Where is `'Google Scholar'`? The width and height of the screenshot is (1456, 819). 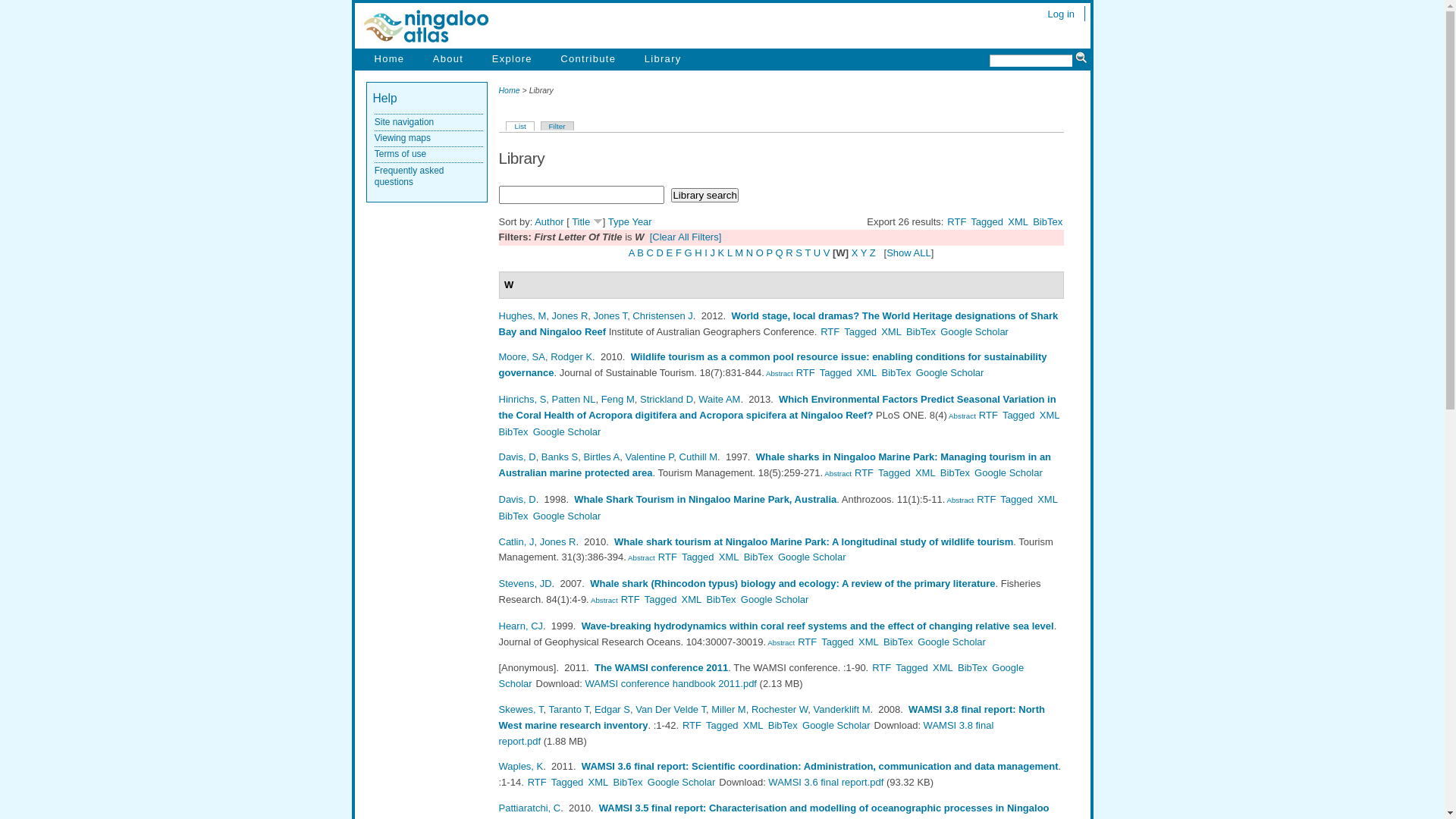 'Google Scholar' is located at coordinates (949, 372).